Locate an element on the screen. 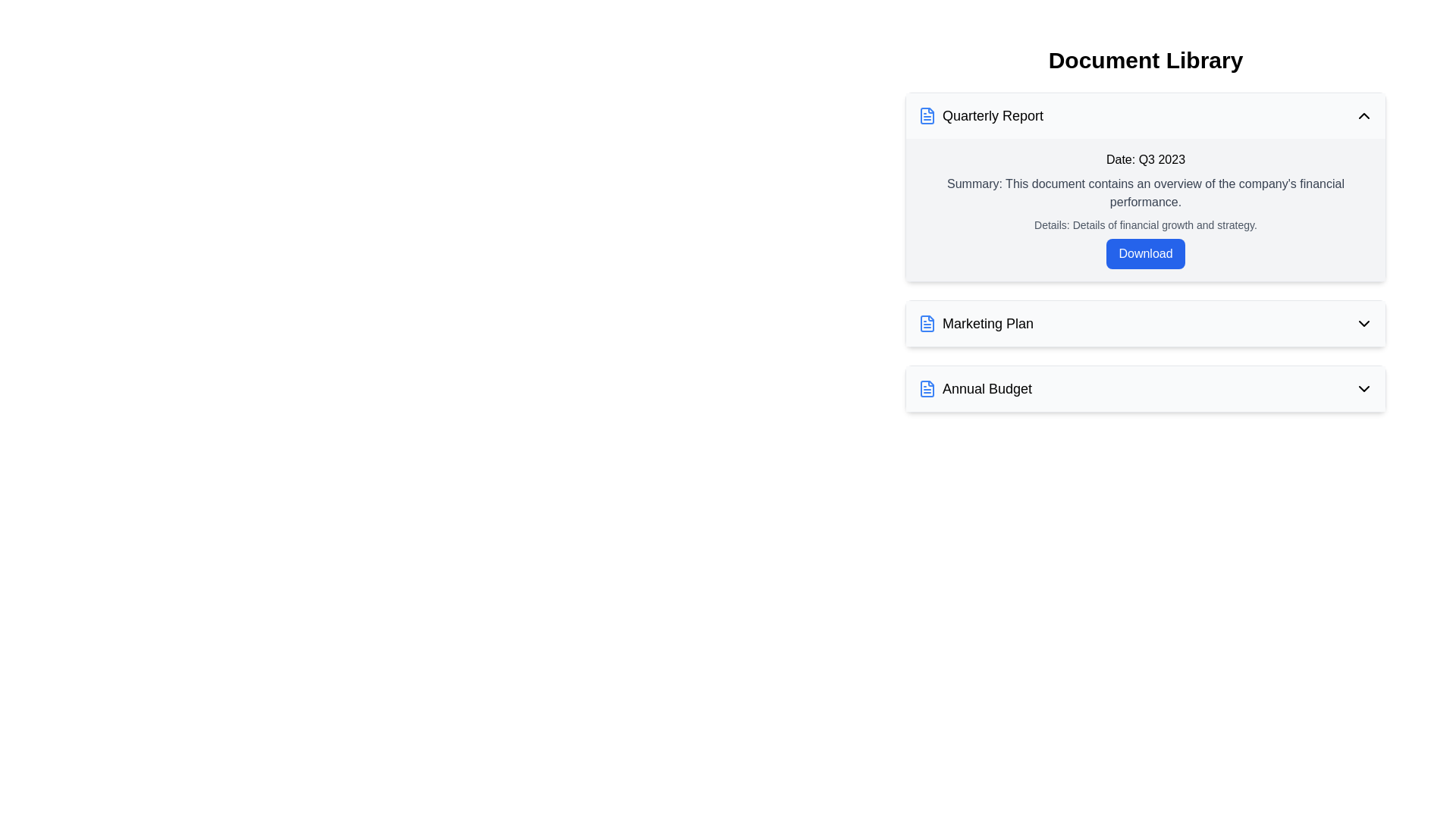 This screenshot has height=819, width=1456. text label 'Annual Budget' displayed in bold font, located in the lower right section of the card-like interface, to the right of a blue document-like icon is located at coordinates (987, 388).